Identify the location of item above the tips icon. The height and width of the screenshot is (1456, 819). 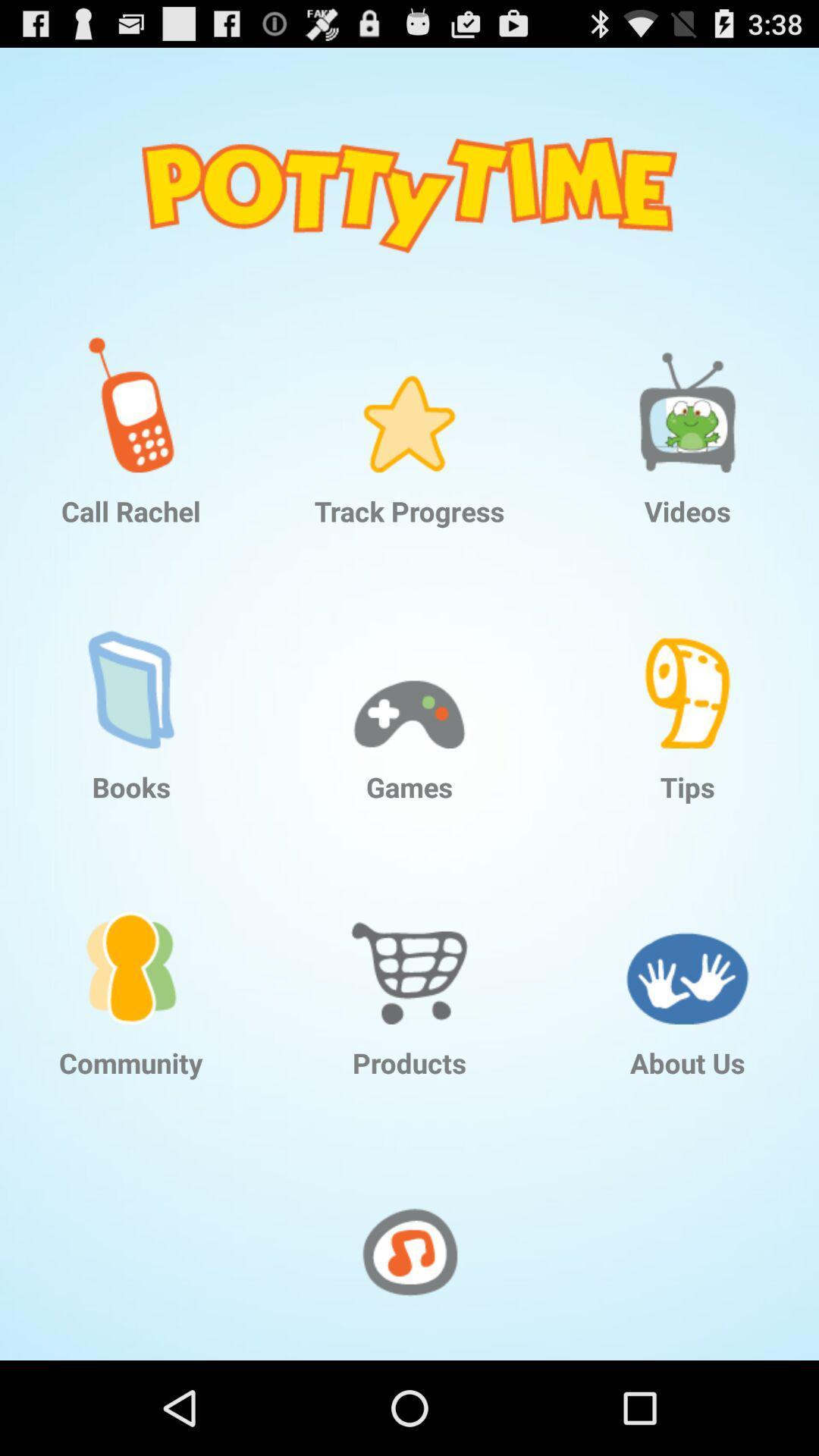
(687, 668).